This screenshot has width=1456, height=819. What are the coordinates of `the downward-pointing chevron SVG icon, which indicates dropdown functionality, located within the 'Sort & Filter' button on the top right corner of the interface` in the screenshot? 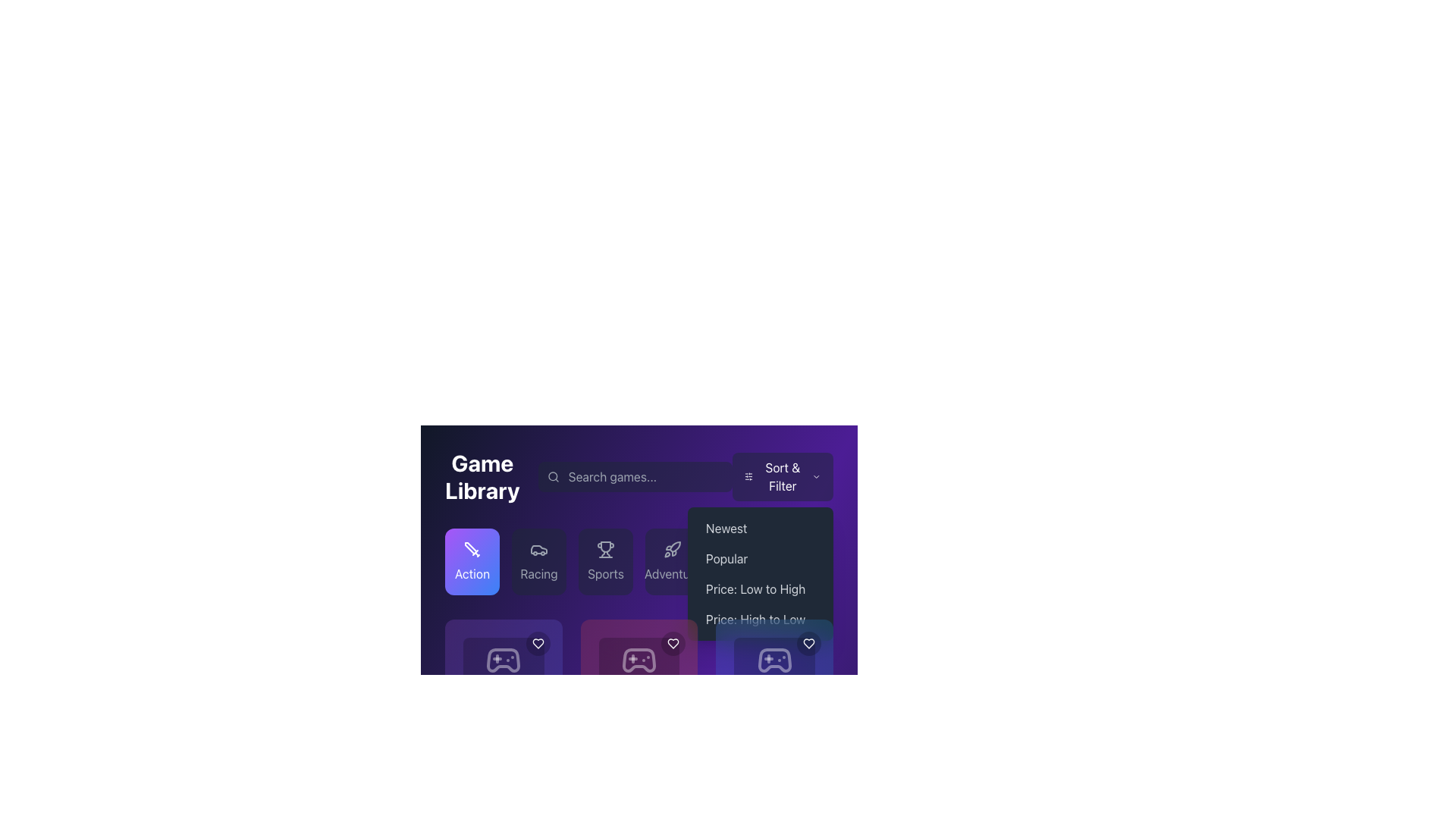 It's located at (816, 475).